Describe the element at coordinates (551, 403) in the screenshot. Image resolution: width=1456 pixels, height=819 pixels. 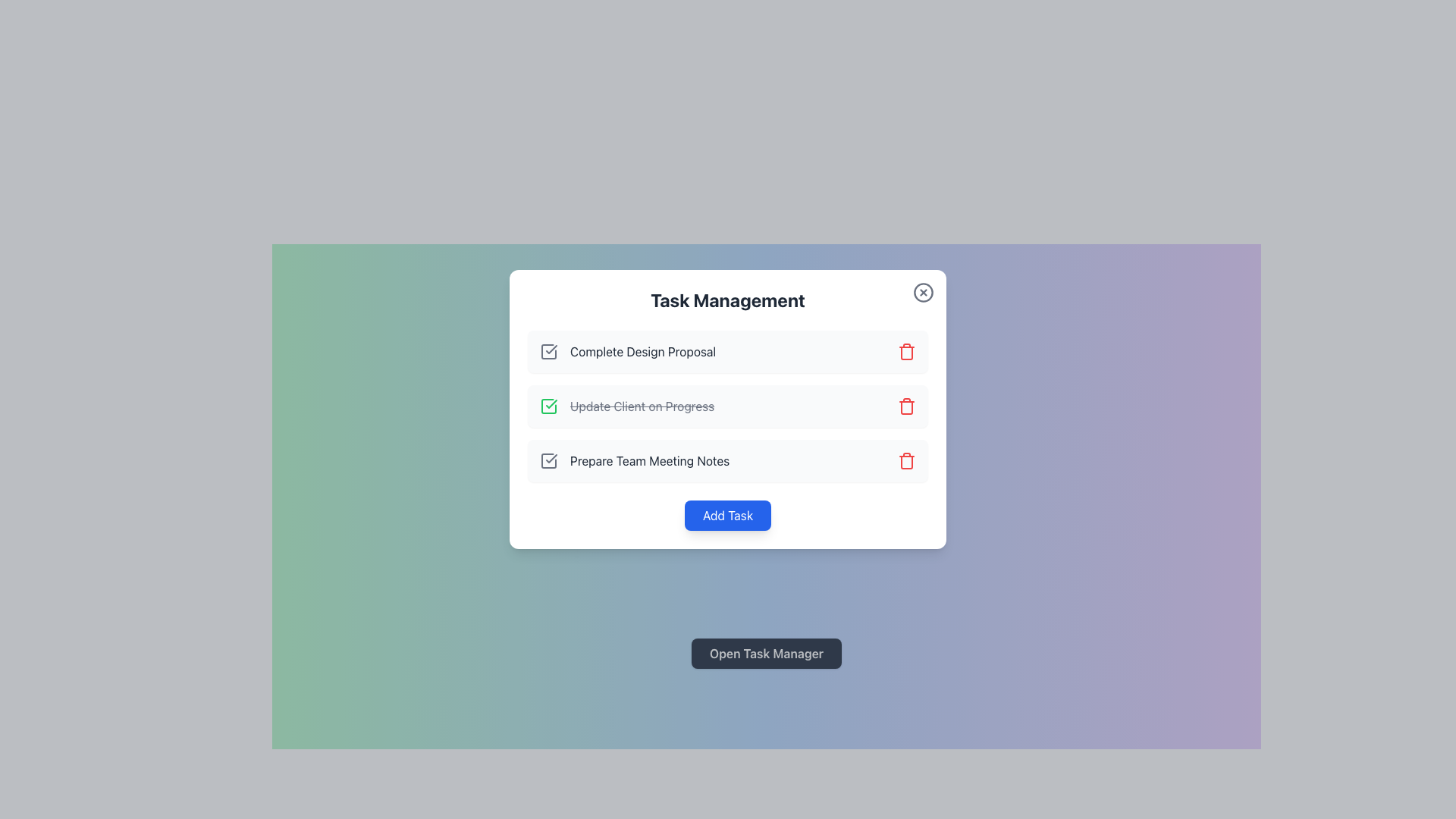
I see `the check icon indicating the completion status of the task titled 'Update Client on Progress' located in the second row of the task list` at that location.